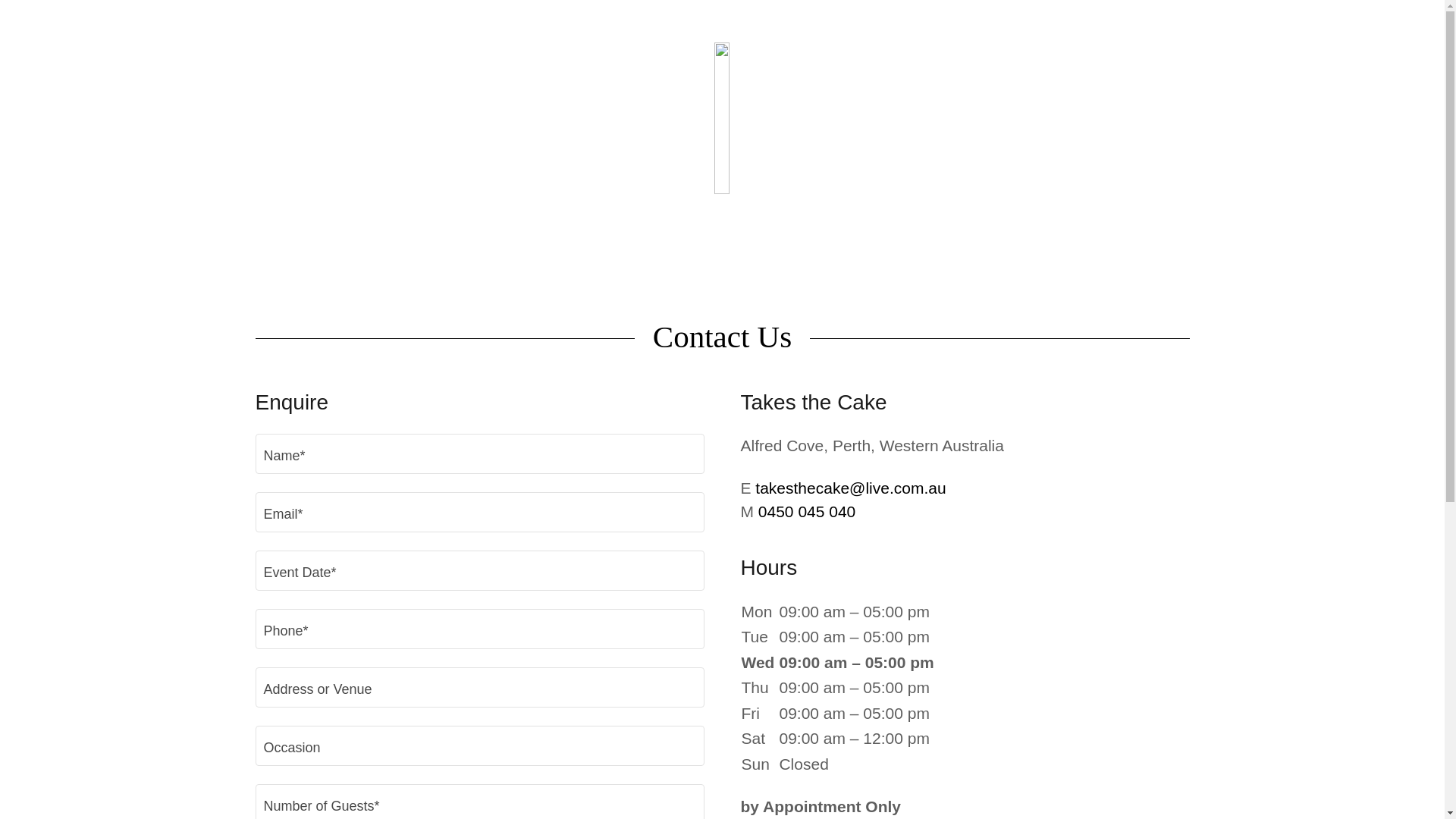  What do you see at coordinates (758, 511) in the screenshot?
I see `'0450 045 040'` at bounding box center [758, 511].